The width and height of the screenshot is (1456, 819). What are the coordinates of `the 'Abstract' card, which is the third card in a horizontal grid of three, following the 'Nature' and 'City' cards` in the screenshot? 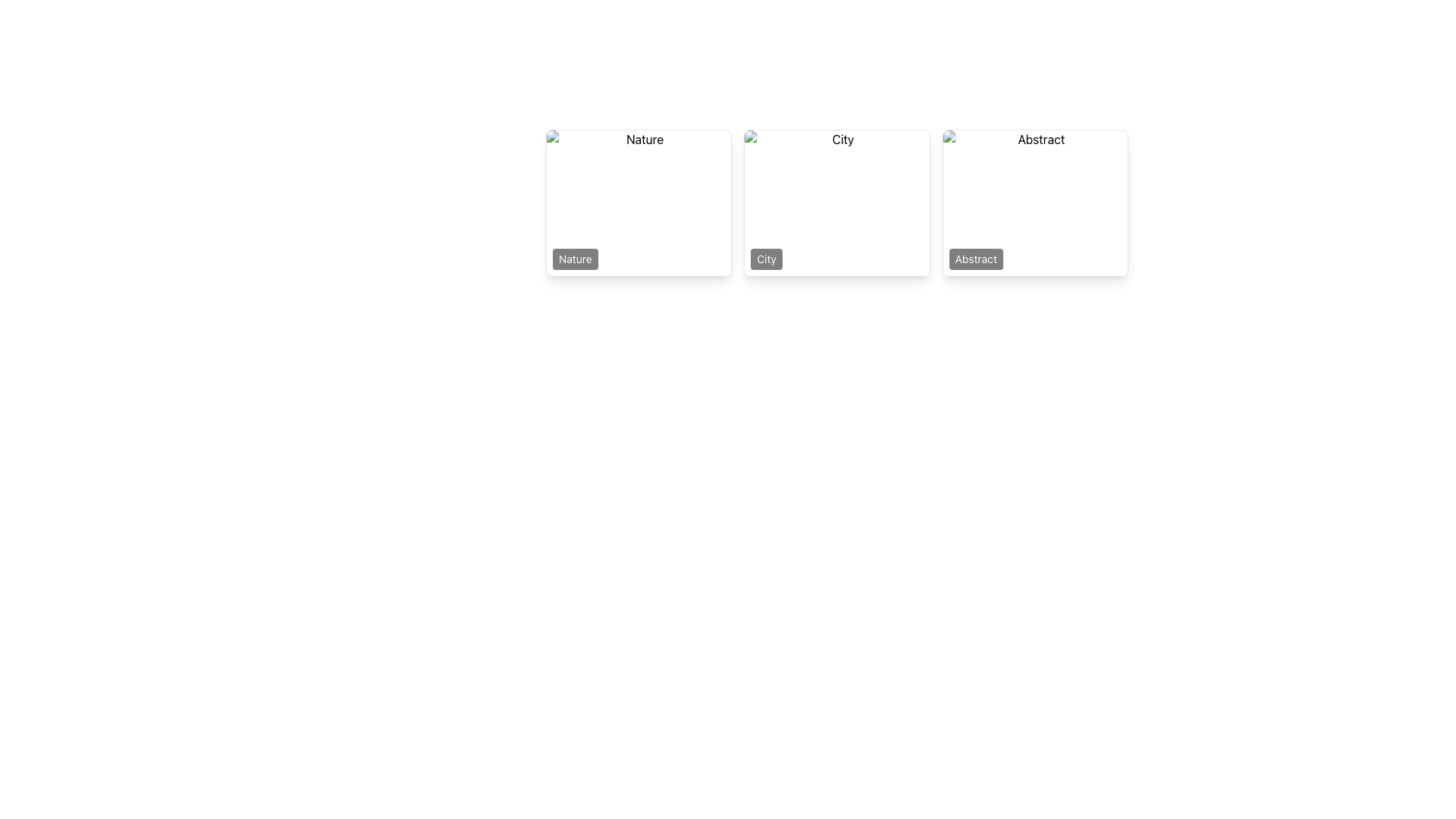 It's located at (1034, 202).